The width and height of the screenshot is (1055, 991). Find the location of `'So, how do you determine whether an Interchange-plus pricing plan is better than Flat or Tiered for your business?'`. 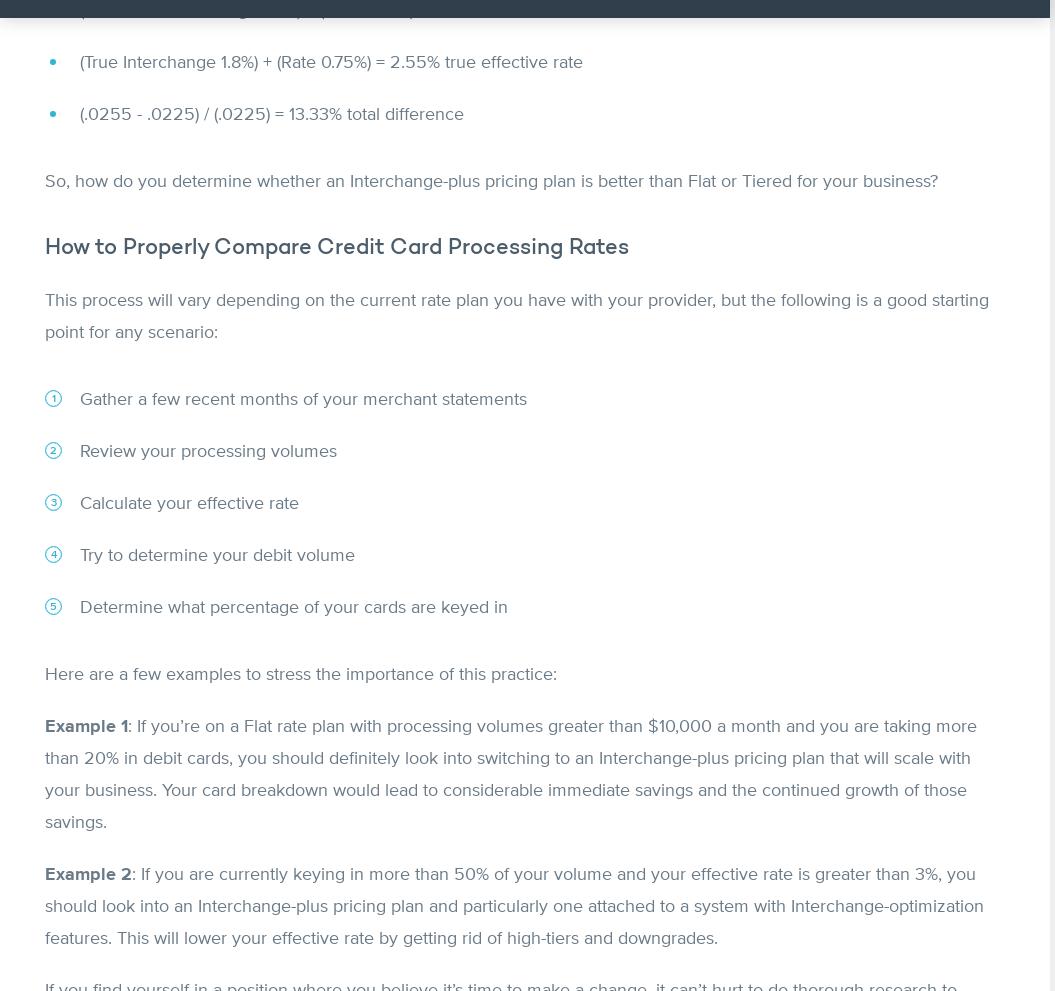

'So, how do you determine whether an Interchange-plus pricing plan is better than Flat or Tiered for your business?' is located at coordinates (45, 180).